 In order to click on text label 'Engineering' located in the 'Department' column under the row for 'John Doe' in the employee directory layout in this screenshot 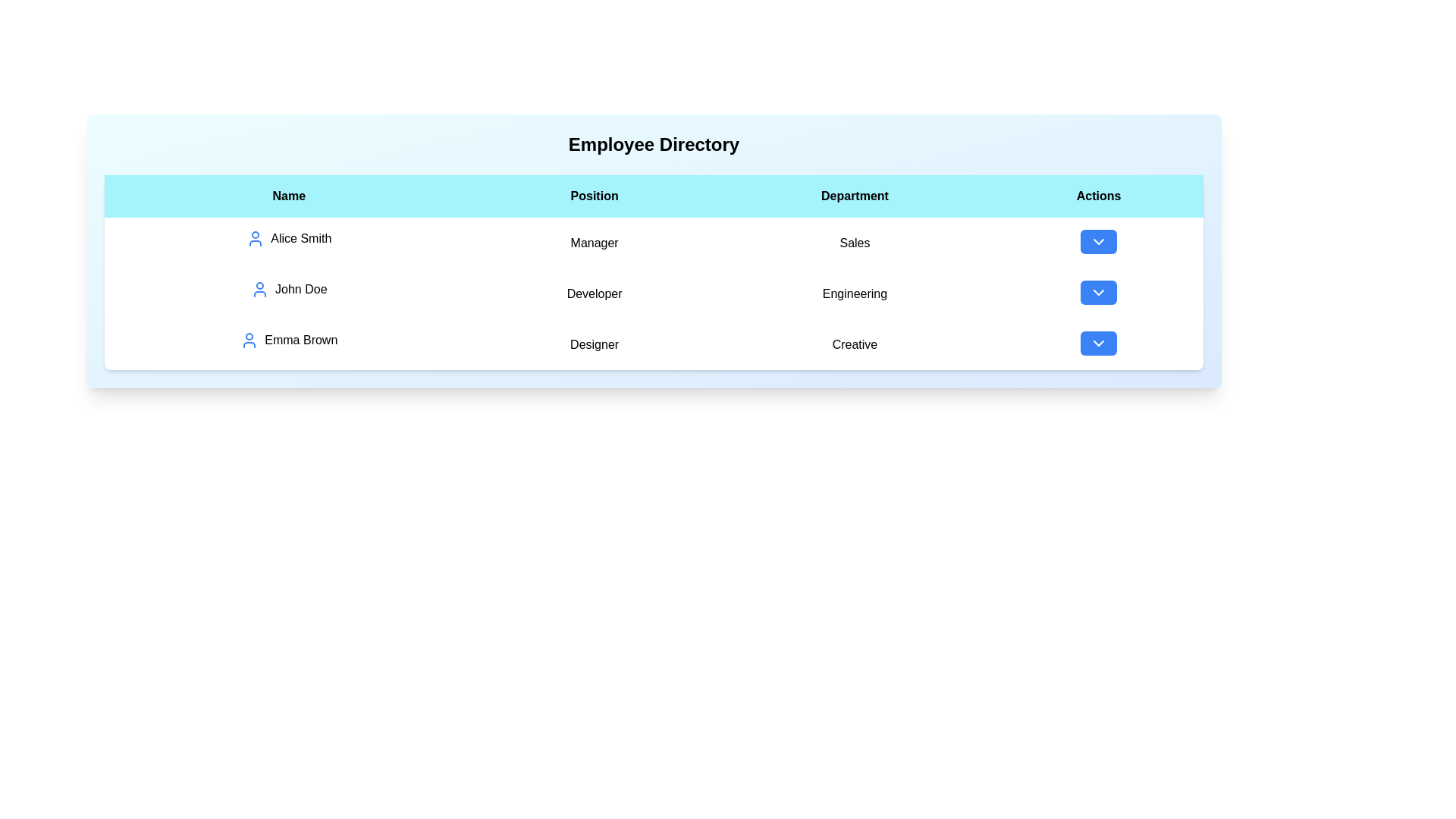, I will do `click(855, 293)`.